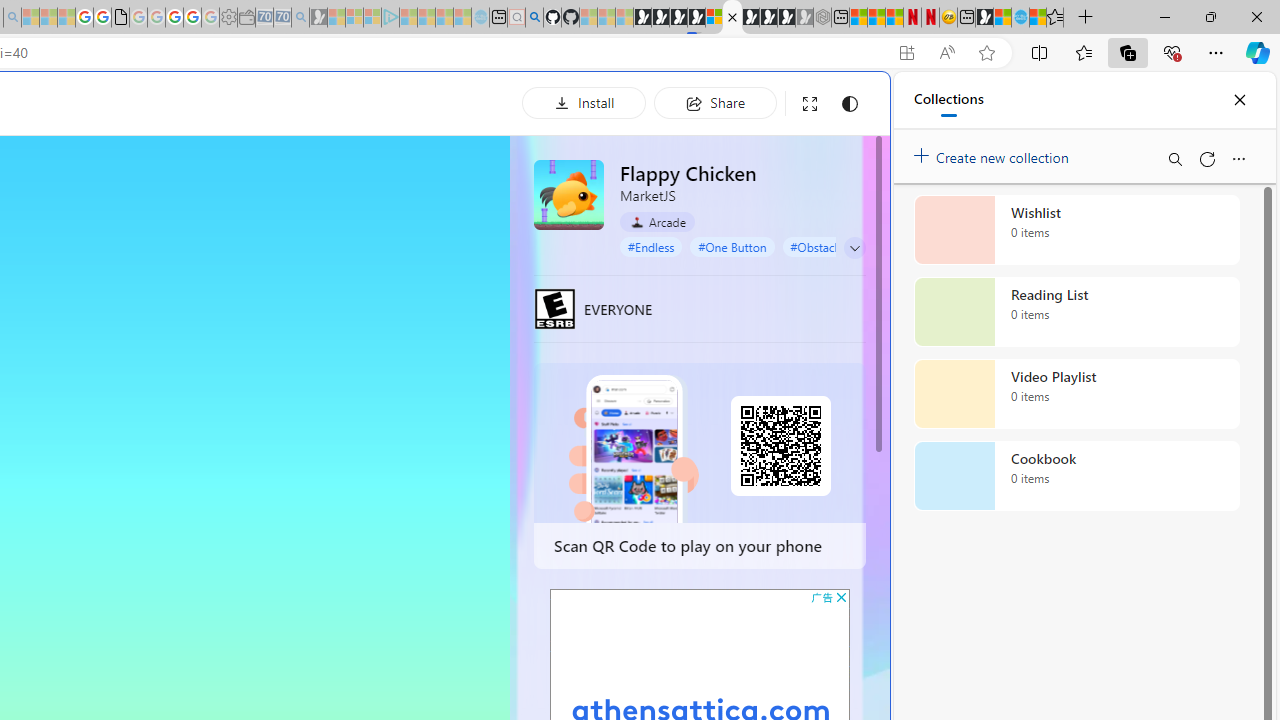 This screenshot has width=1280, height=720. Describe the element at coordinates (855, 247) in the screenshot. I see `'Class: control'` at that location.